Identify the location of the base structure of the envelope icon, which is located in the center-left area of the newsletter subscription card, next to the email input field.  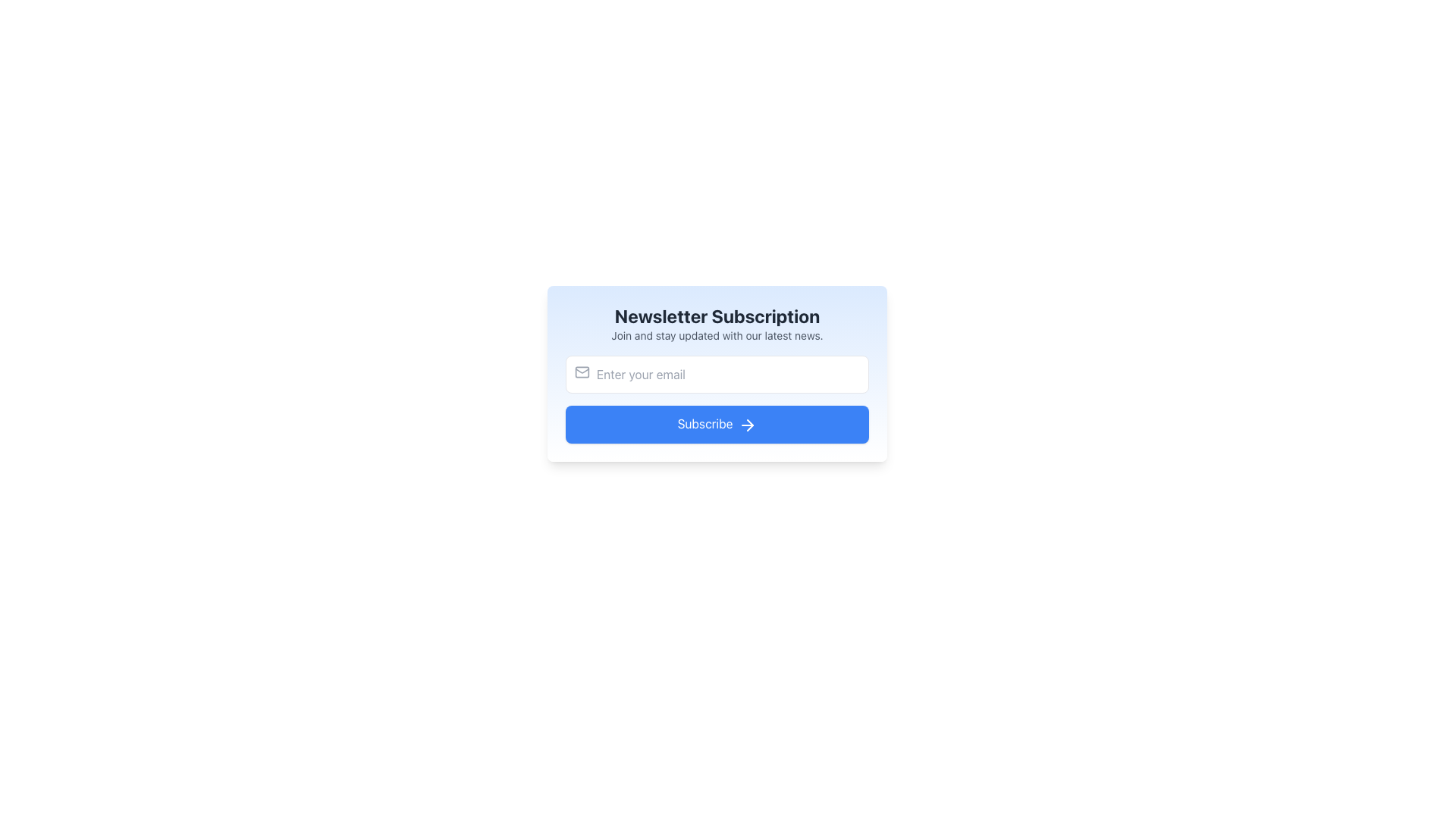
(582, 372).